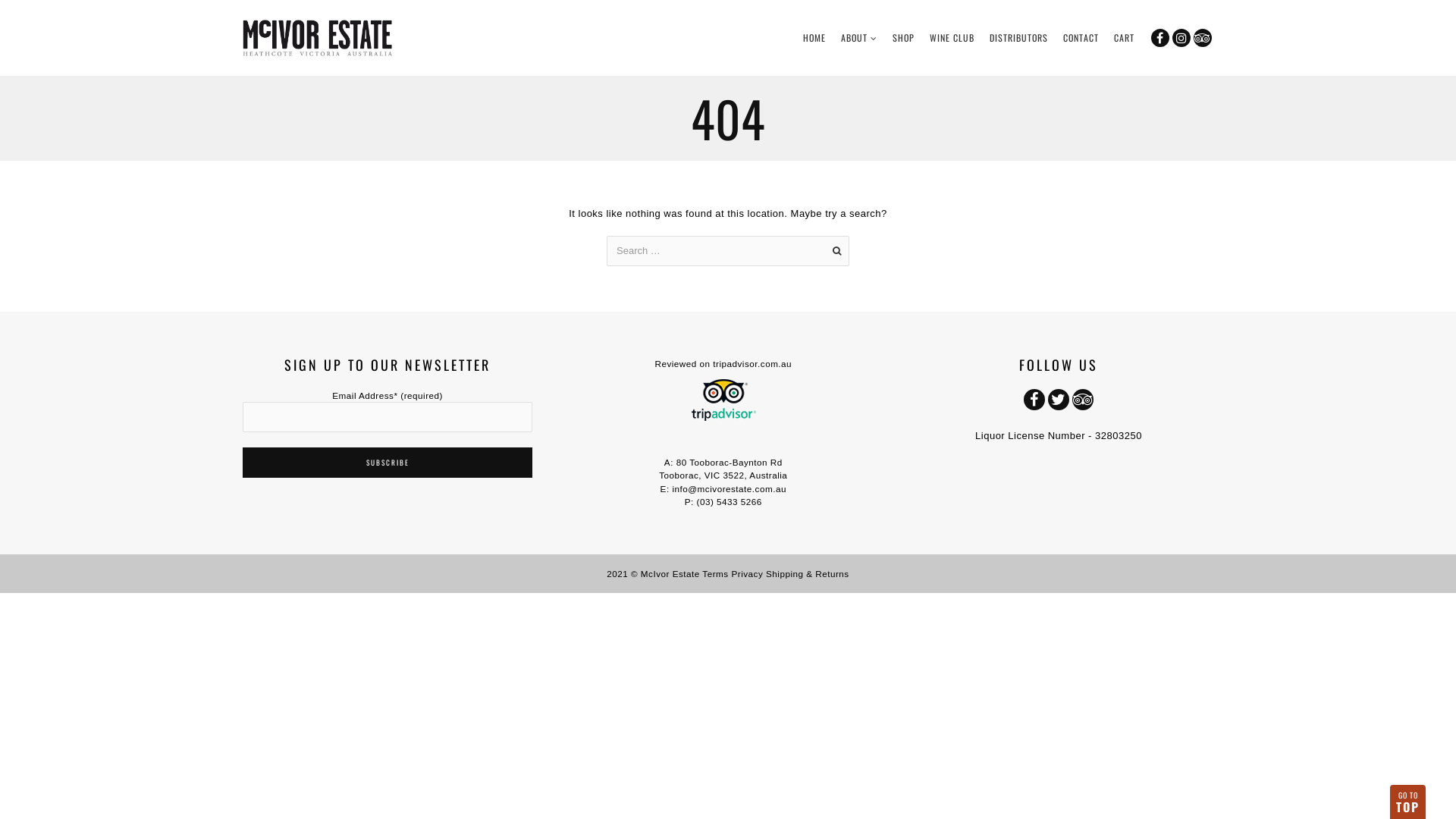  Describe the element at coordinates (729, 501) in the screenshot. I see `'(03) 5433 5266'` at that location.